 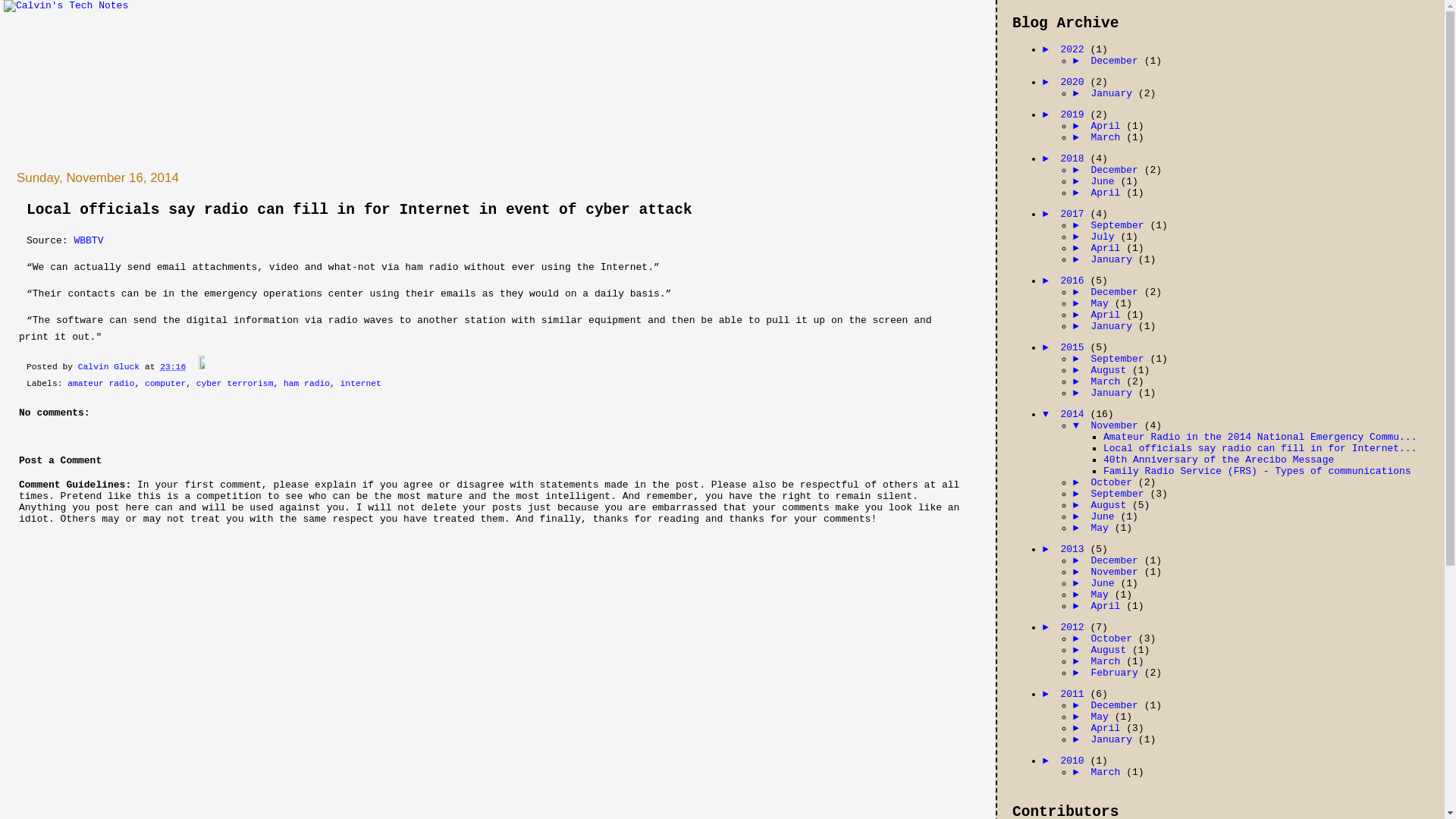 I want to click on 'October', so click(x=1113, y=482).